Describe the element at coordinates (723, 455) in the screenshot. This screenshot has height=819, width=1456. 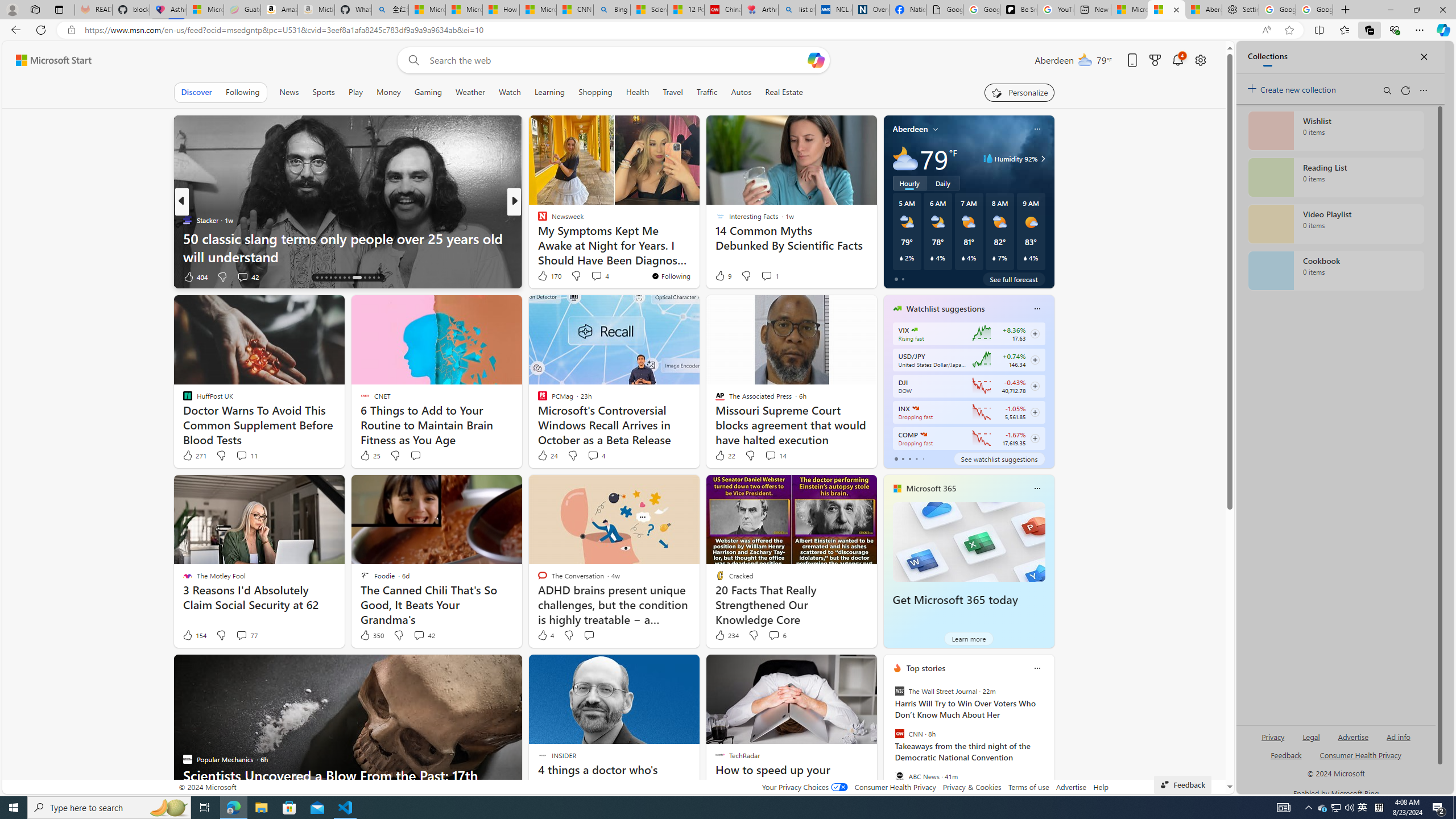
I see `'22 Like'` at that location.